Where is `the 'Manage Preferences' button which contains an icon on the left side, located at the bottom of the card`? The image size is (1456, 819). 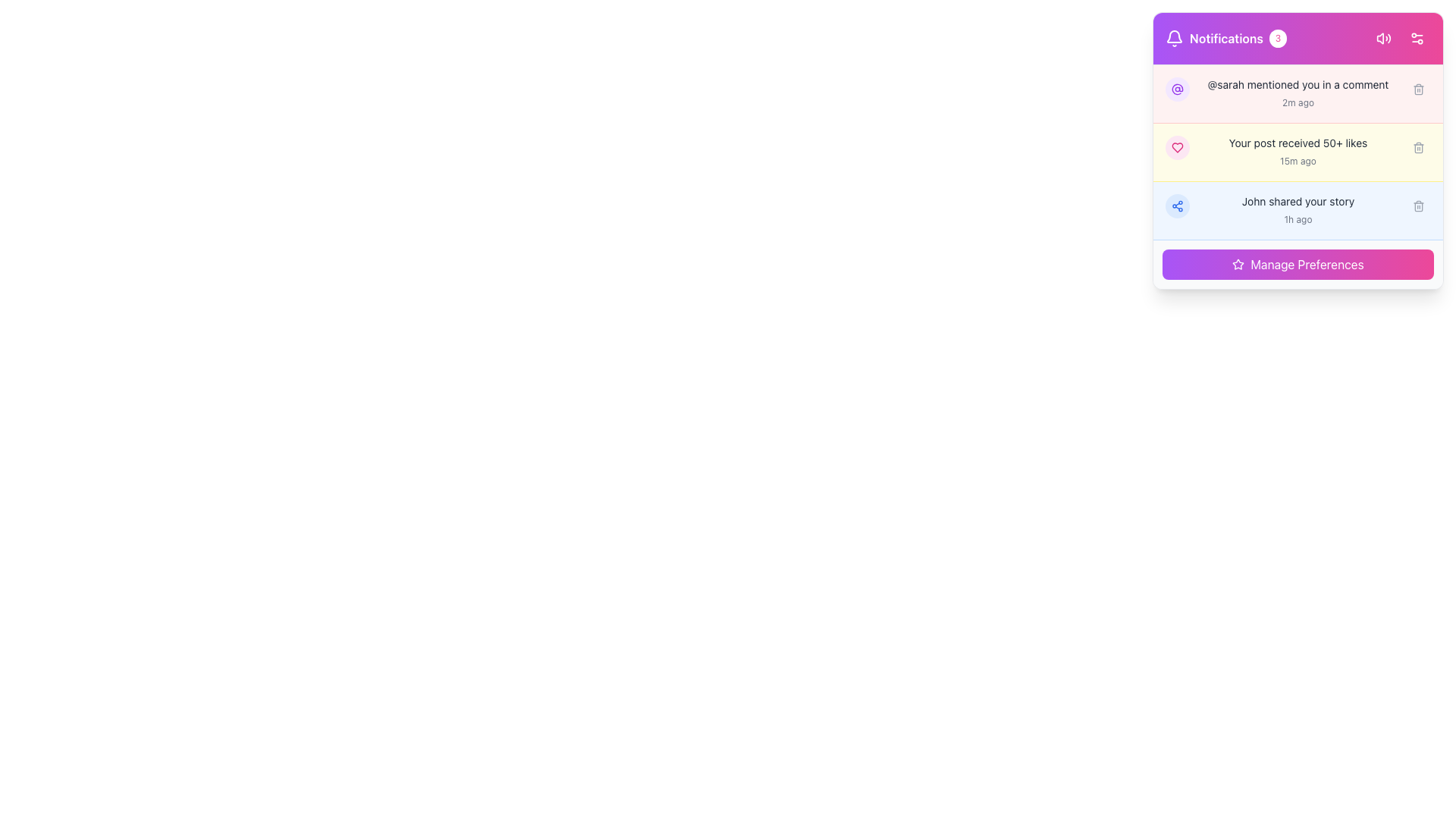
the 'Manage Preferences' button which contains an icon on the left side, located at the bottom of the card is located at coordinates (1238, 263).